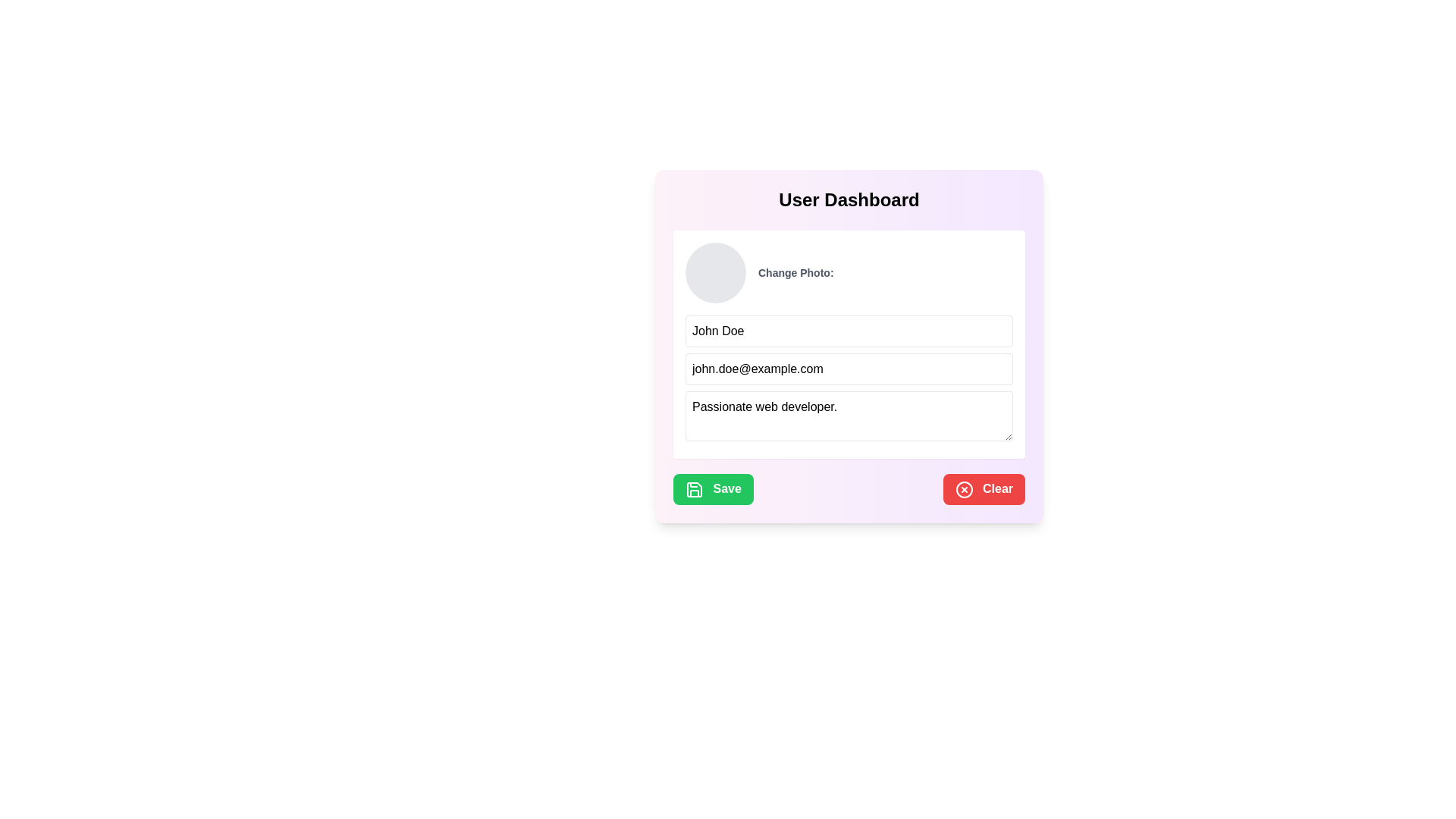 Image resolution: width=1456 pixels, height=819 pixels. What do you see at coordinates (694, 488) in the screenshot?
I see `the Save button, which features a folder or disk icon with a tab, located at the bottom-left corner of the interface next to the Clear button` at bounding box center [694, 488].